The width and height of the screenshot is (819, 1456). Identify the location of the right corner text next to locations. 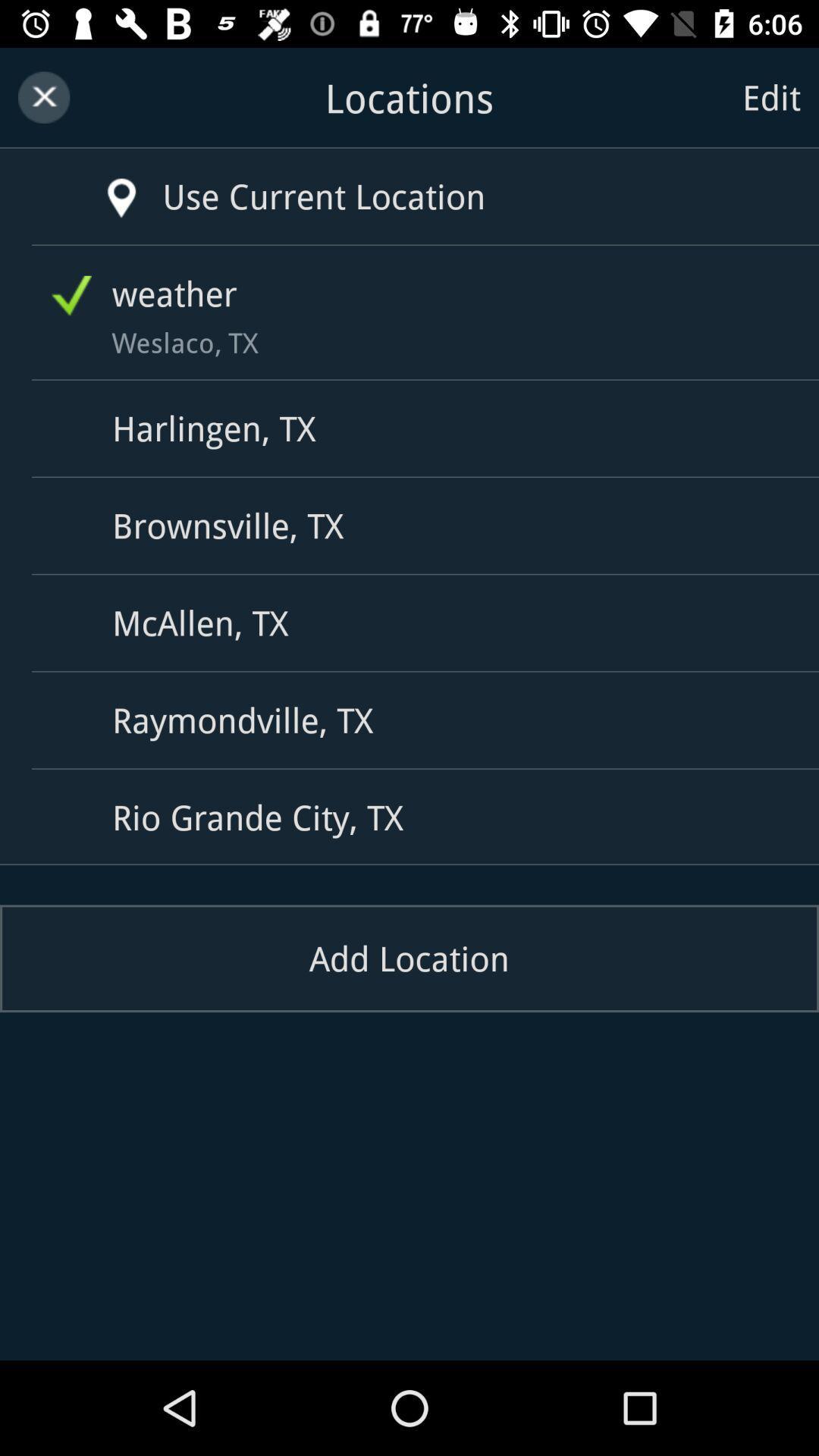
(771, 96).